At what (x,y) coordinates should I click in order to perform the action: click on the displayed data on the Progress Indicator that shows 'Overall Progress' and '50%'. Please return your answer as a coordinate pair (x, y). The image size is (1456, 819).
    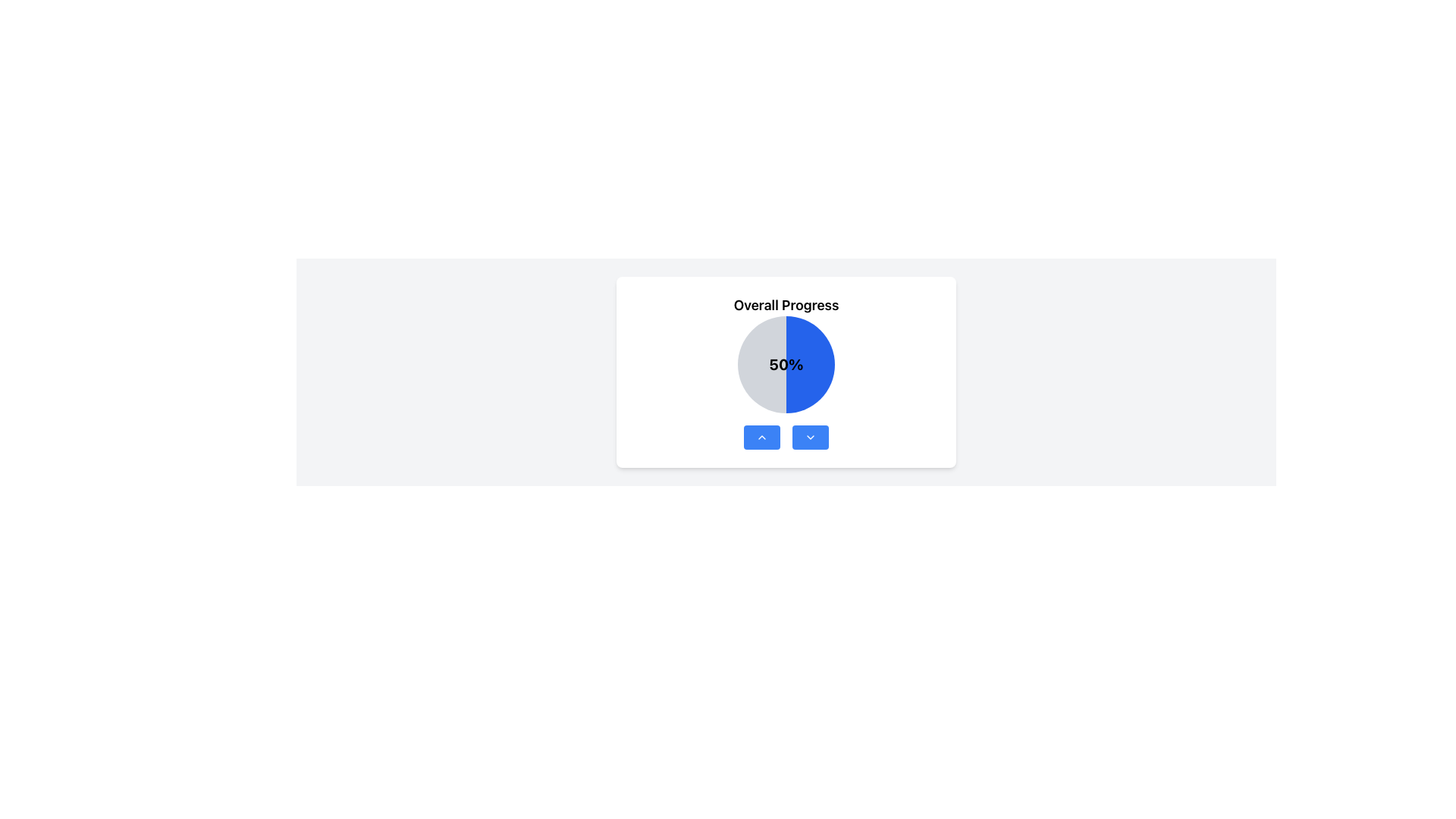
    Looking at the image, I should click on (786, 372).